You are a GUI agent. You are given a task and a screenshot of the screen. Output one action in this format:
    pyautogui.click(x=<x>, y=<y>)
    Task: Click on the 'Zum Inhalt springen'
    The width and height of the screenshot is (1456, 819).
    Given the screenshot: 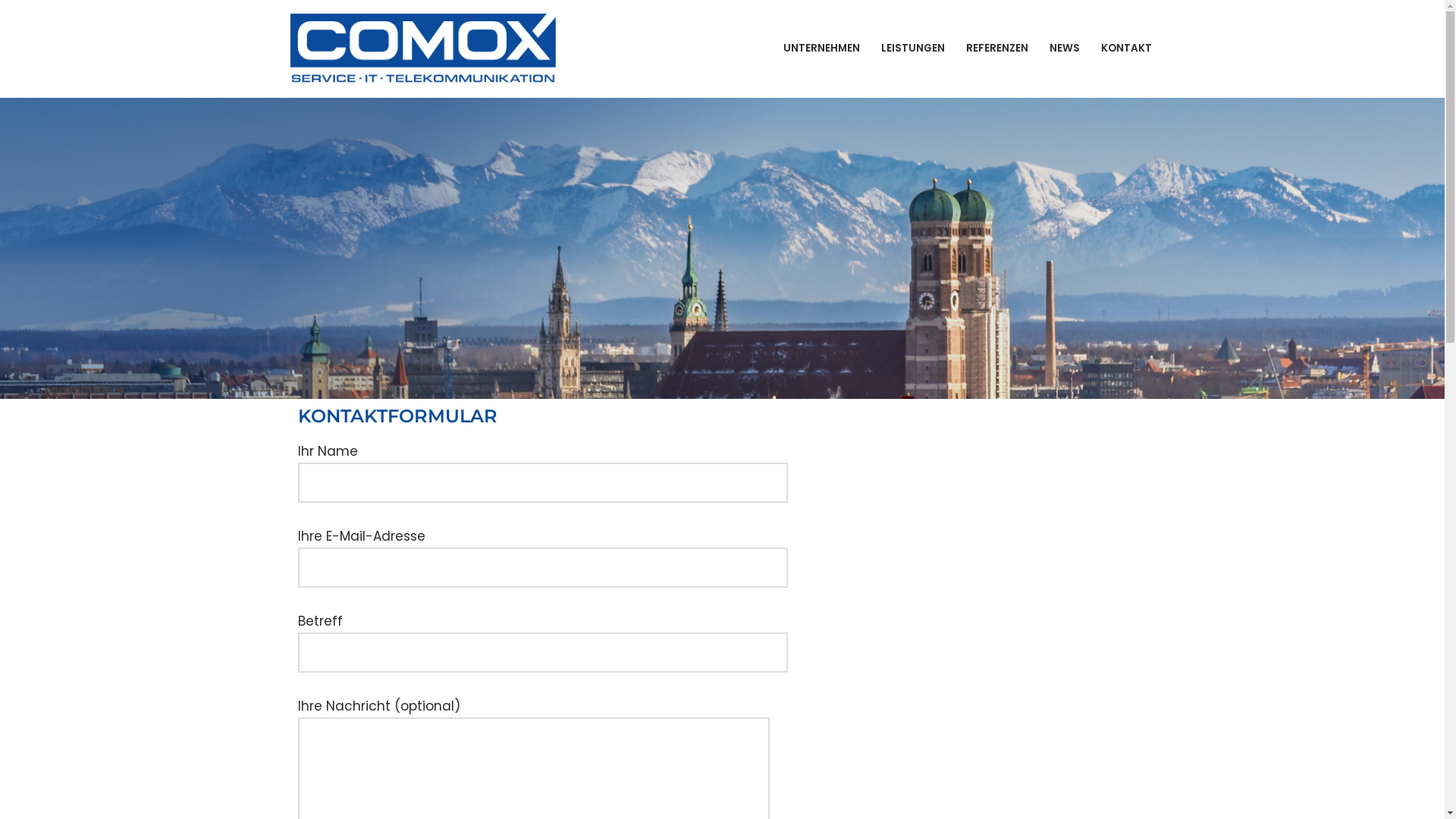 What is the action you would take?
    pyautogui.click(x=0, y=32)
    